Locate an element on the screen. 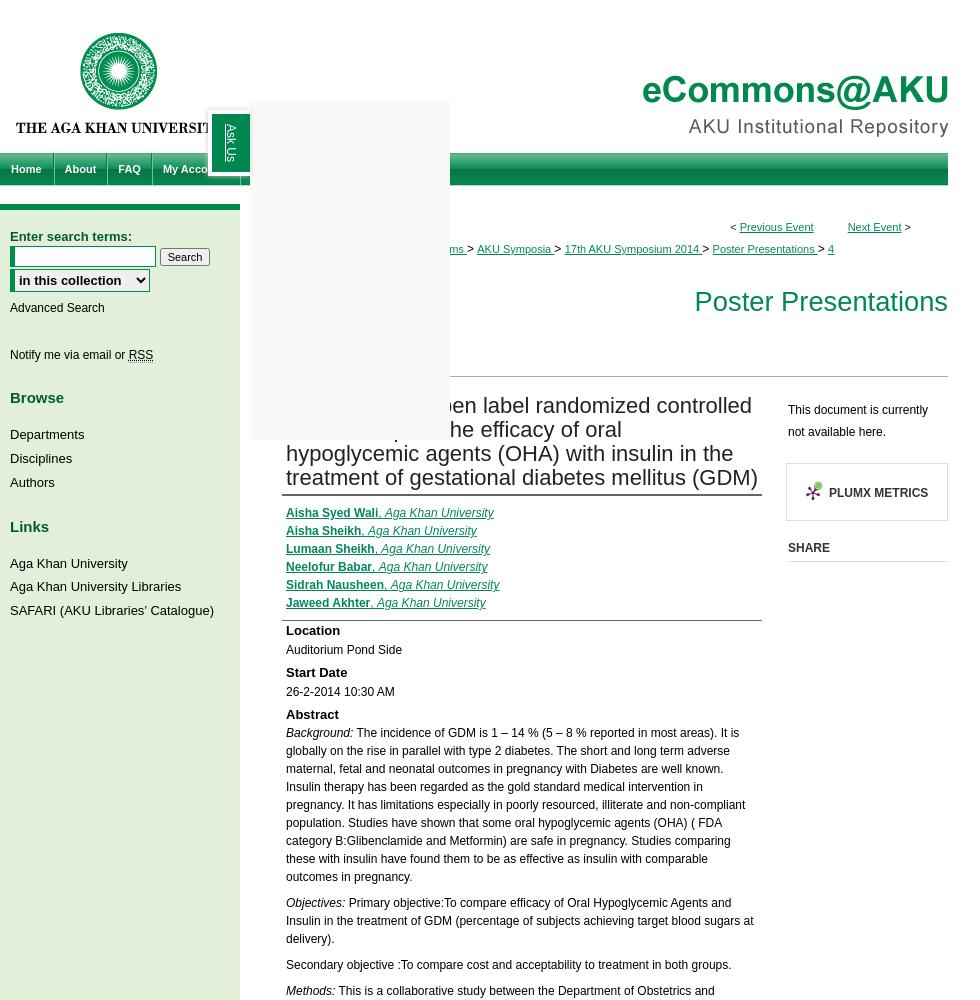 The width and height of the screenshot is (980, 1000). 'Secondary objective :To compare cost and acceptability to treatment in both groups.' is located at coordinates (508, 964).